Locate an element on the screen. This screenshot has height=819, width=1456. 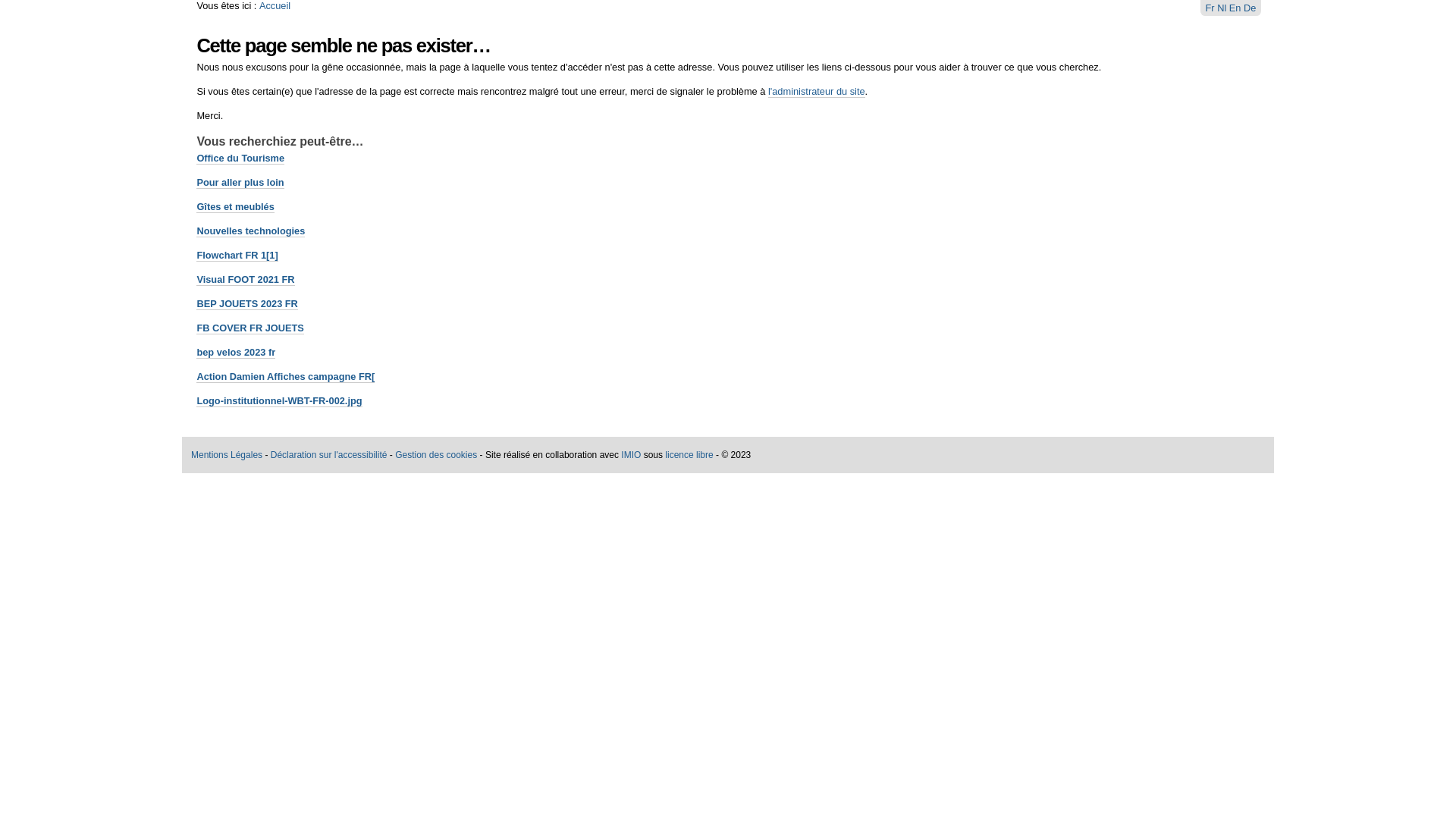
'FB COVER FR JOUETS' is located at coordinates (196, 327).